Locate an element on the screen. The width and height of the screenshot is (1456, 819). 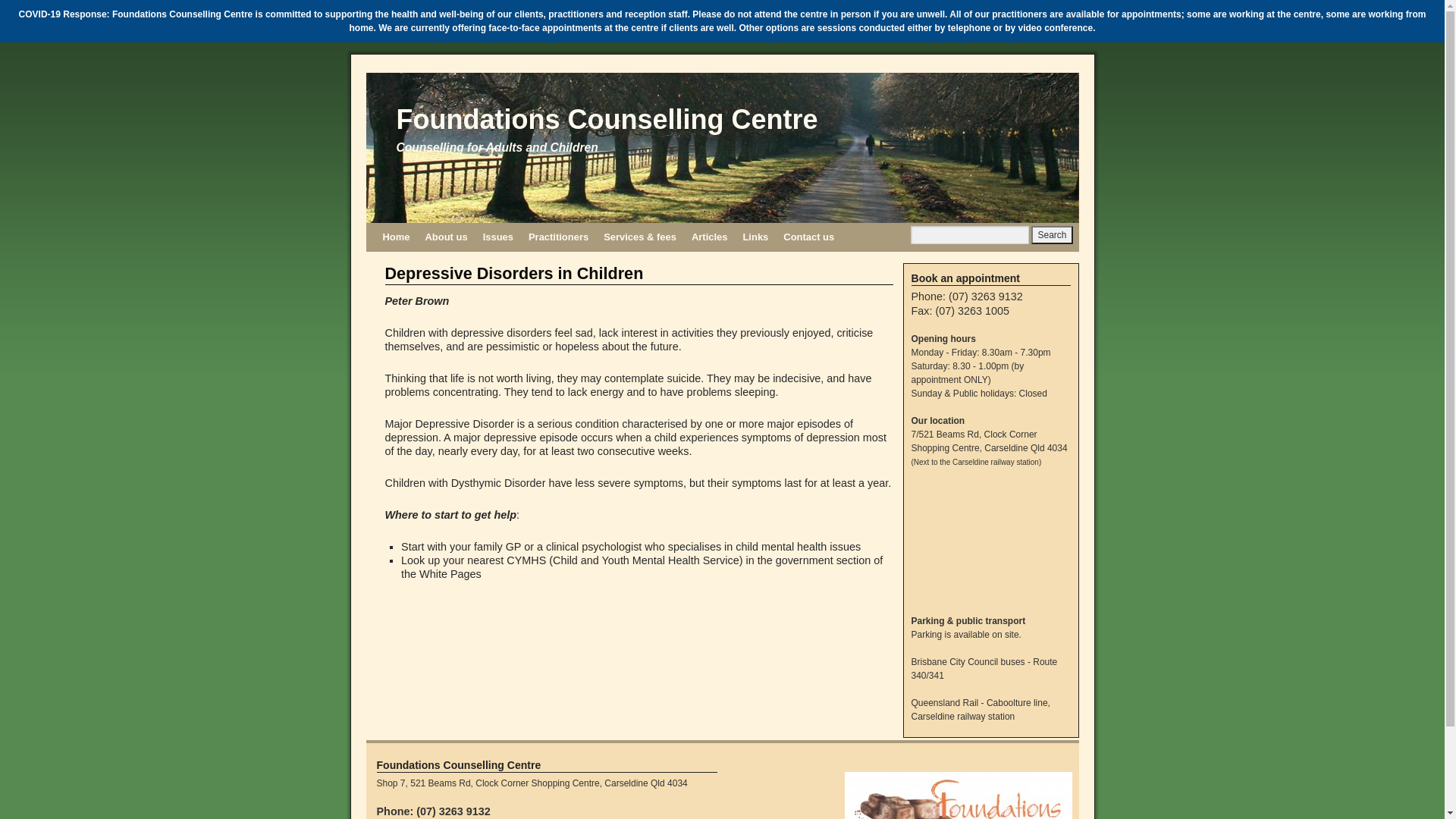
'Issues' is located at coordinates (498, 237).